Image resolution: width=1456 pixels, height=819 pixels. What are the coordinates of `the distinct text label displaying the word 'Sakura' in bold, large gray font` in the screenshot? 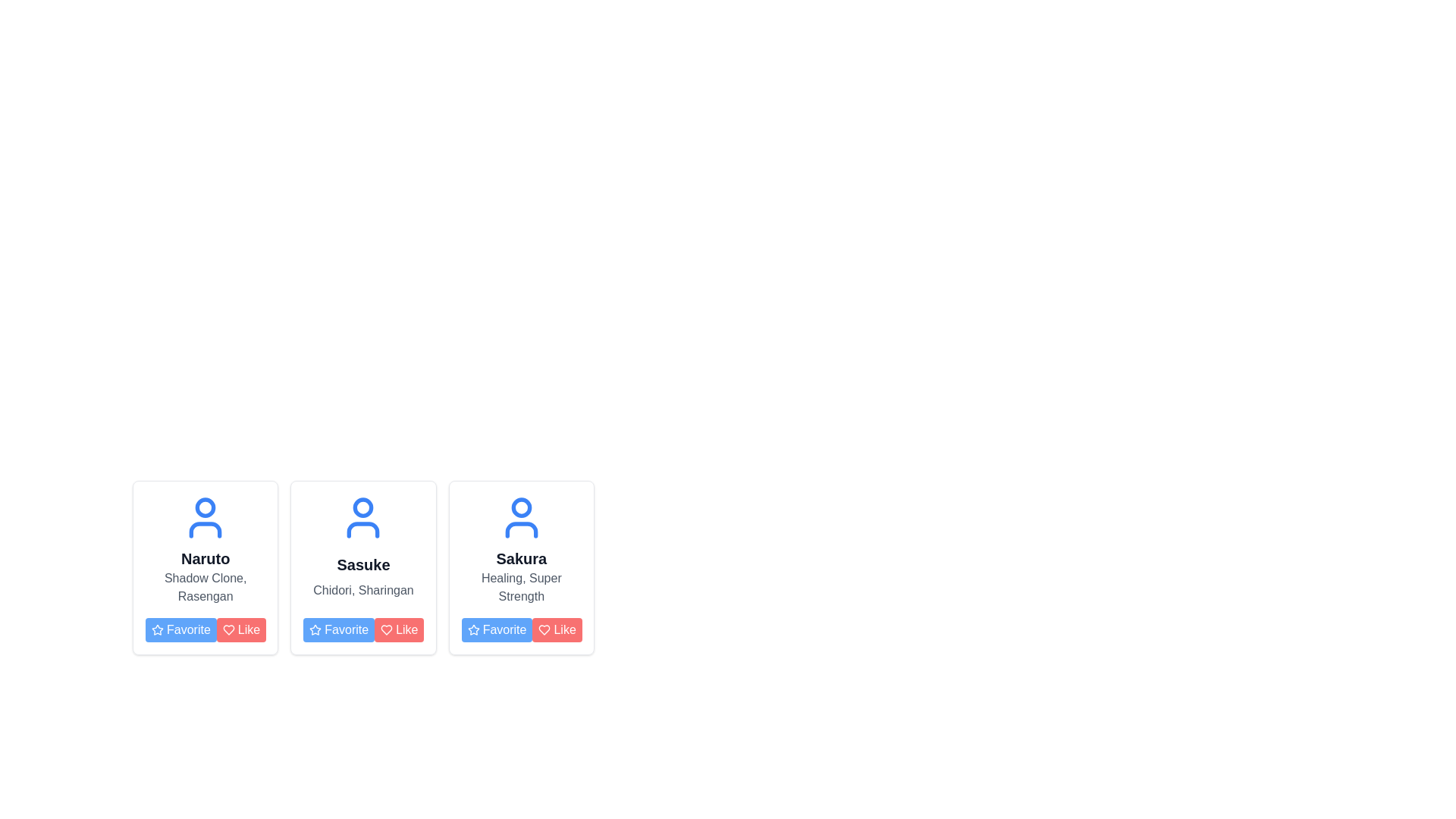 It's located at (521, 558).